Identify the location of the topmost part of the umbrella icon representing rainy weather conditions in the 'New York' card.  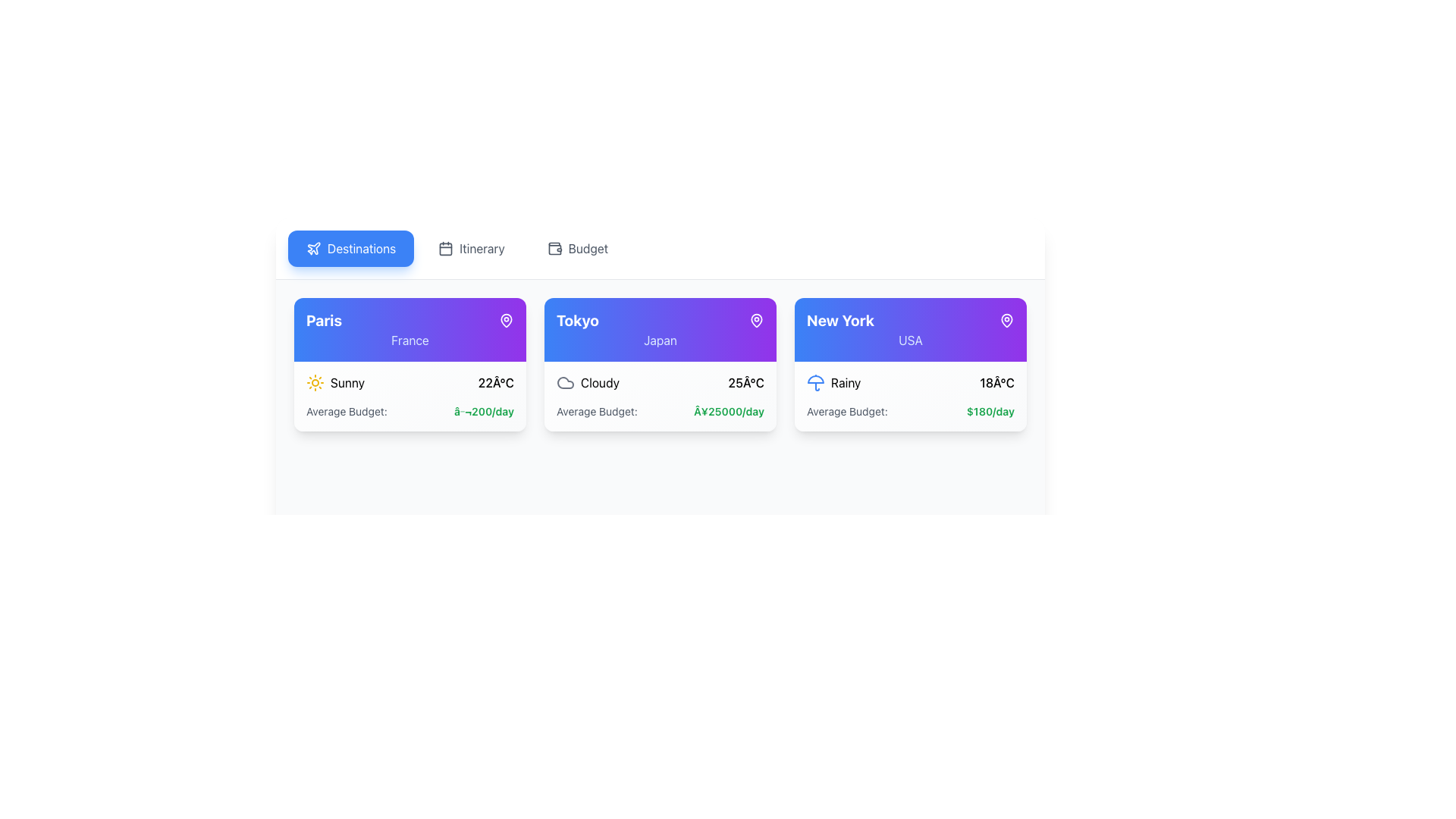
(814, 378).